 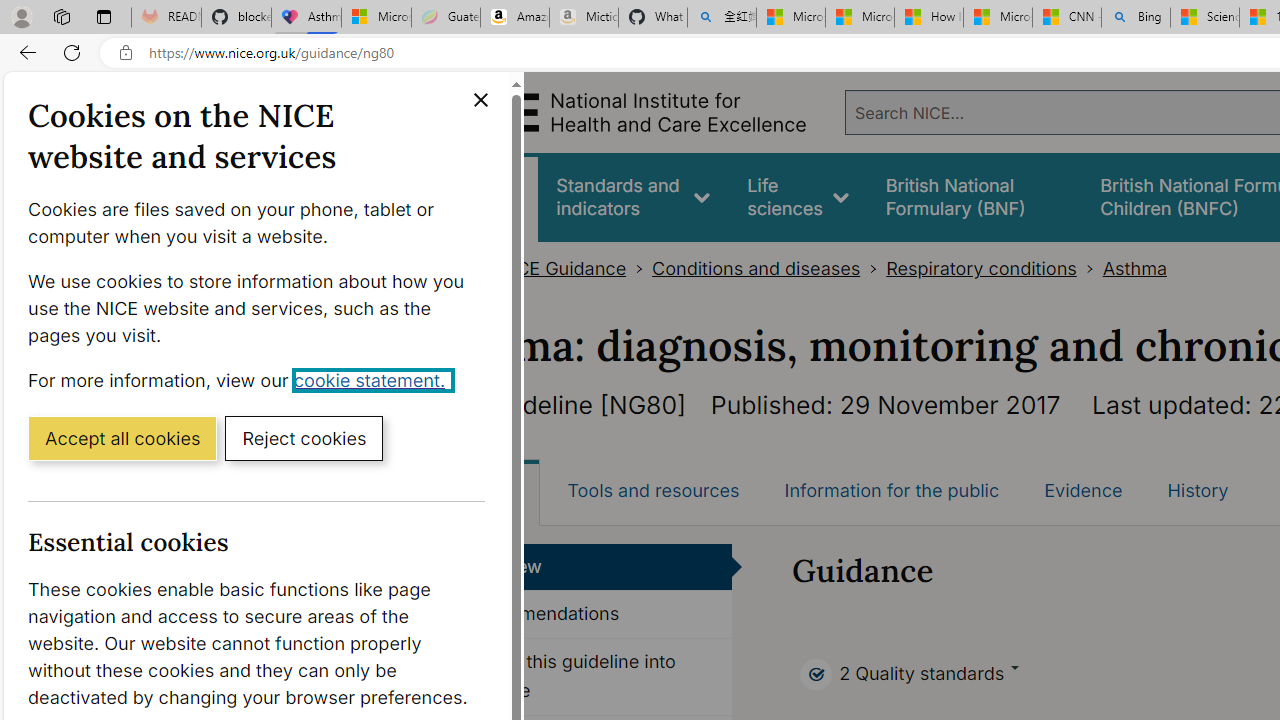 What do you see at coordinates (1198, 491) in the screenshot?
I see `'History'` at bounding box center [1198, 491].